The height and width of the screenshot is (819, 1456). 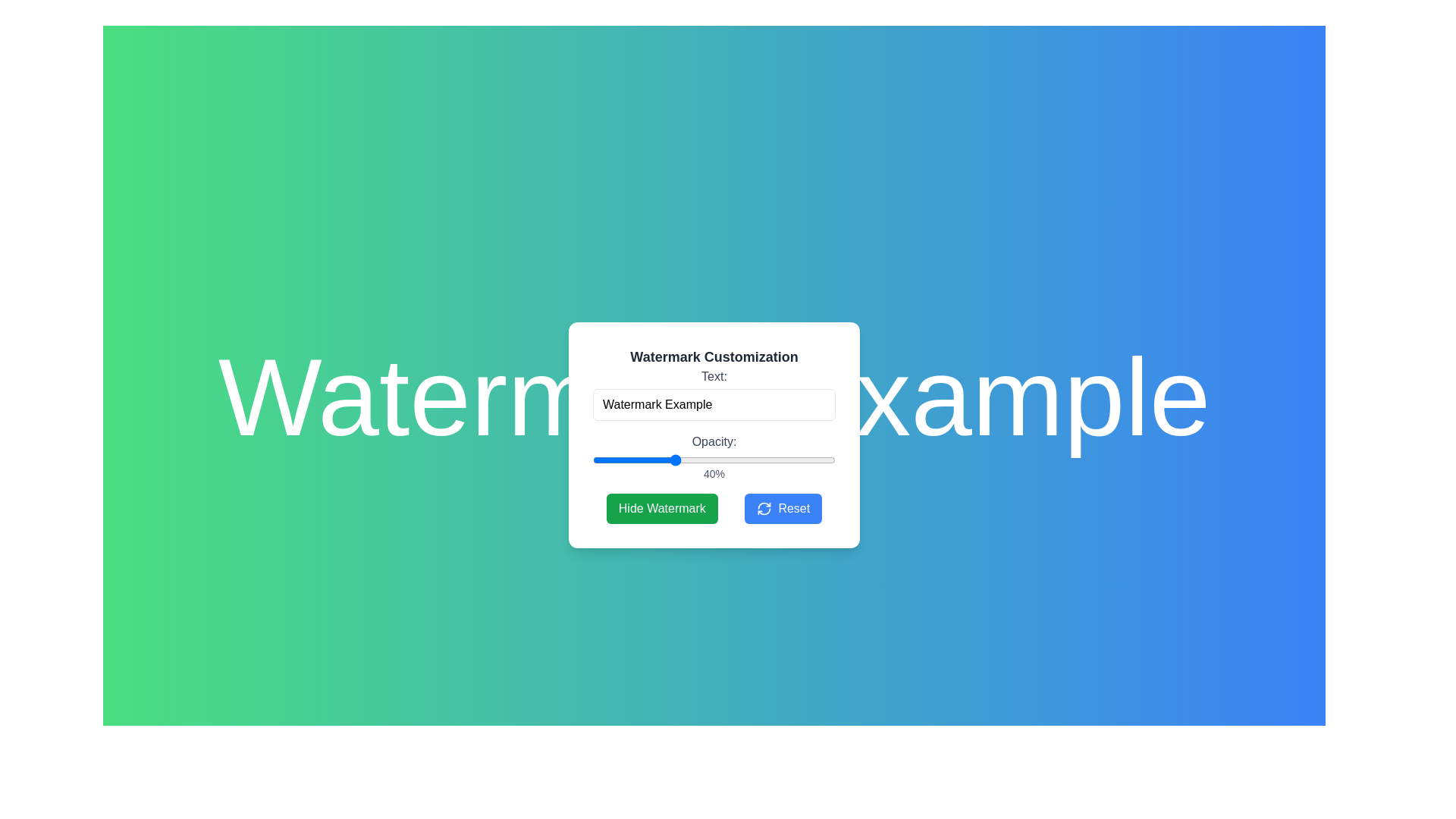 I want to click on opacity, so click(x=695, y=459).